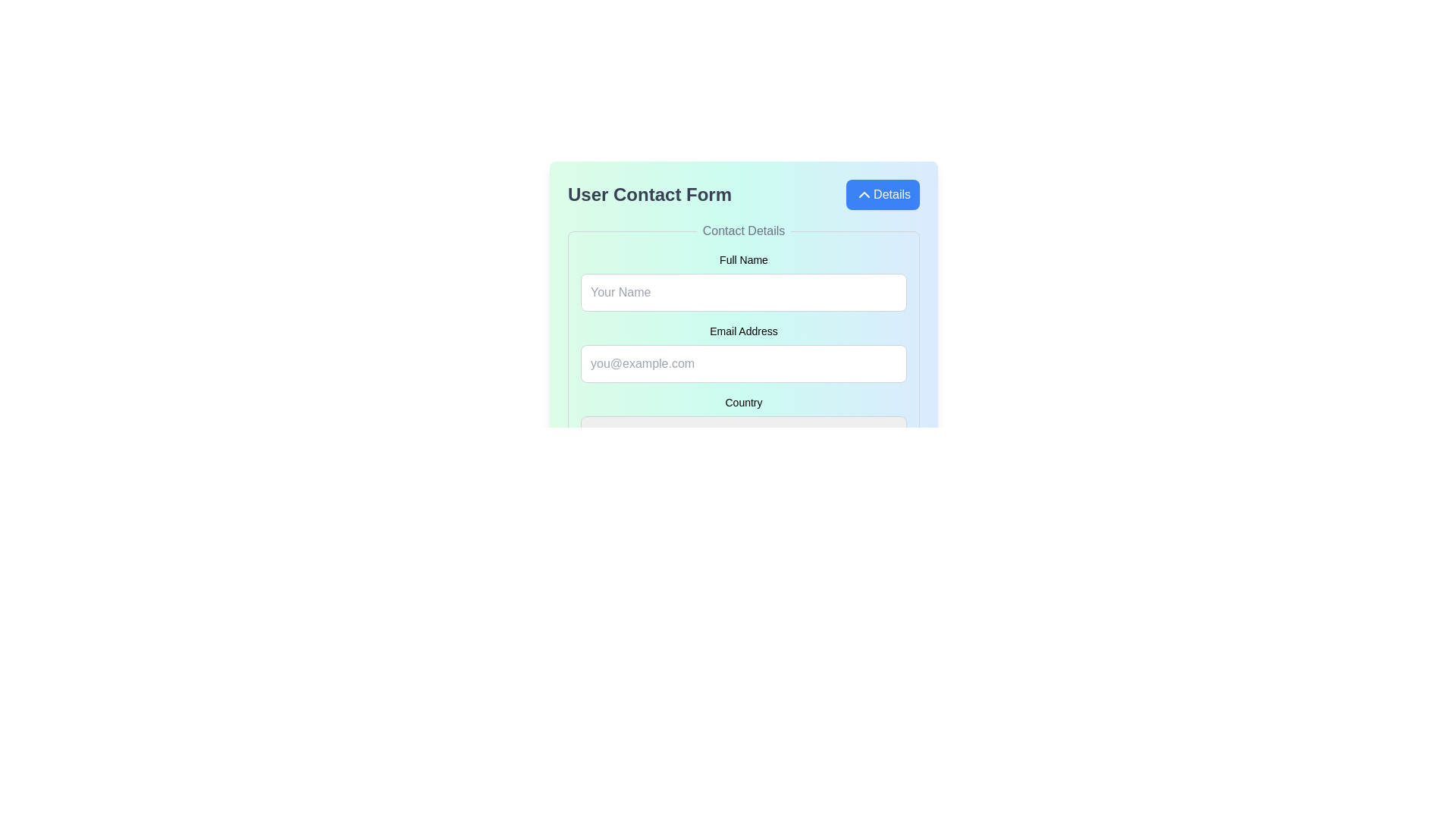  Describe the element at coordinates (883, 194) in the screenshot. I see `the button located at the top-right corner of the 'User Contact Form' section header` at that location.